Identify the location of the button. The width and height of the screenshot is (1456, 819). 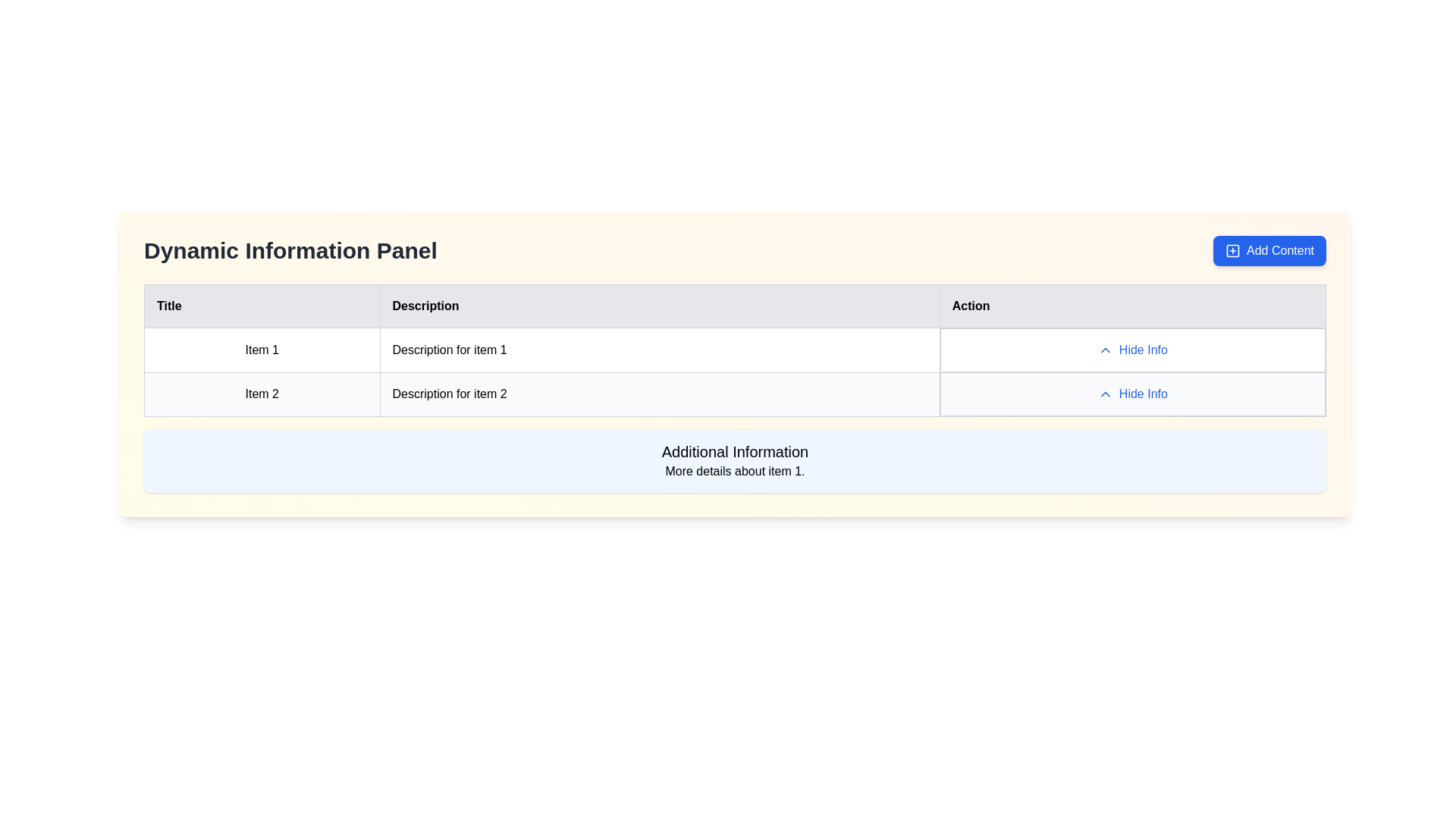
(1132, 350).